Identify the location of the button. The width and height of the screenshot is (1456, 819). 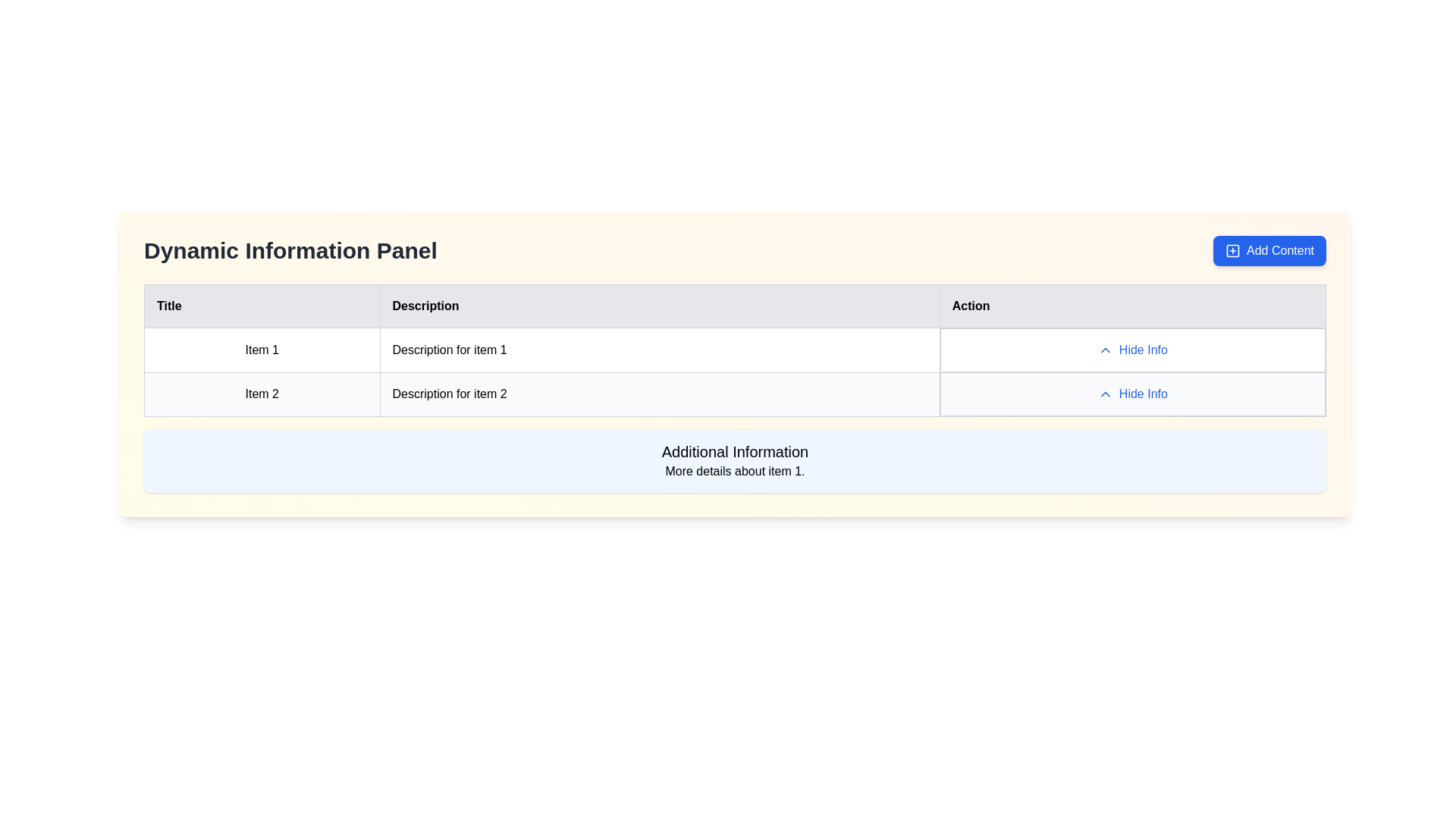
(1132, 350).